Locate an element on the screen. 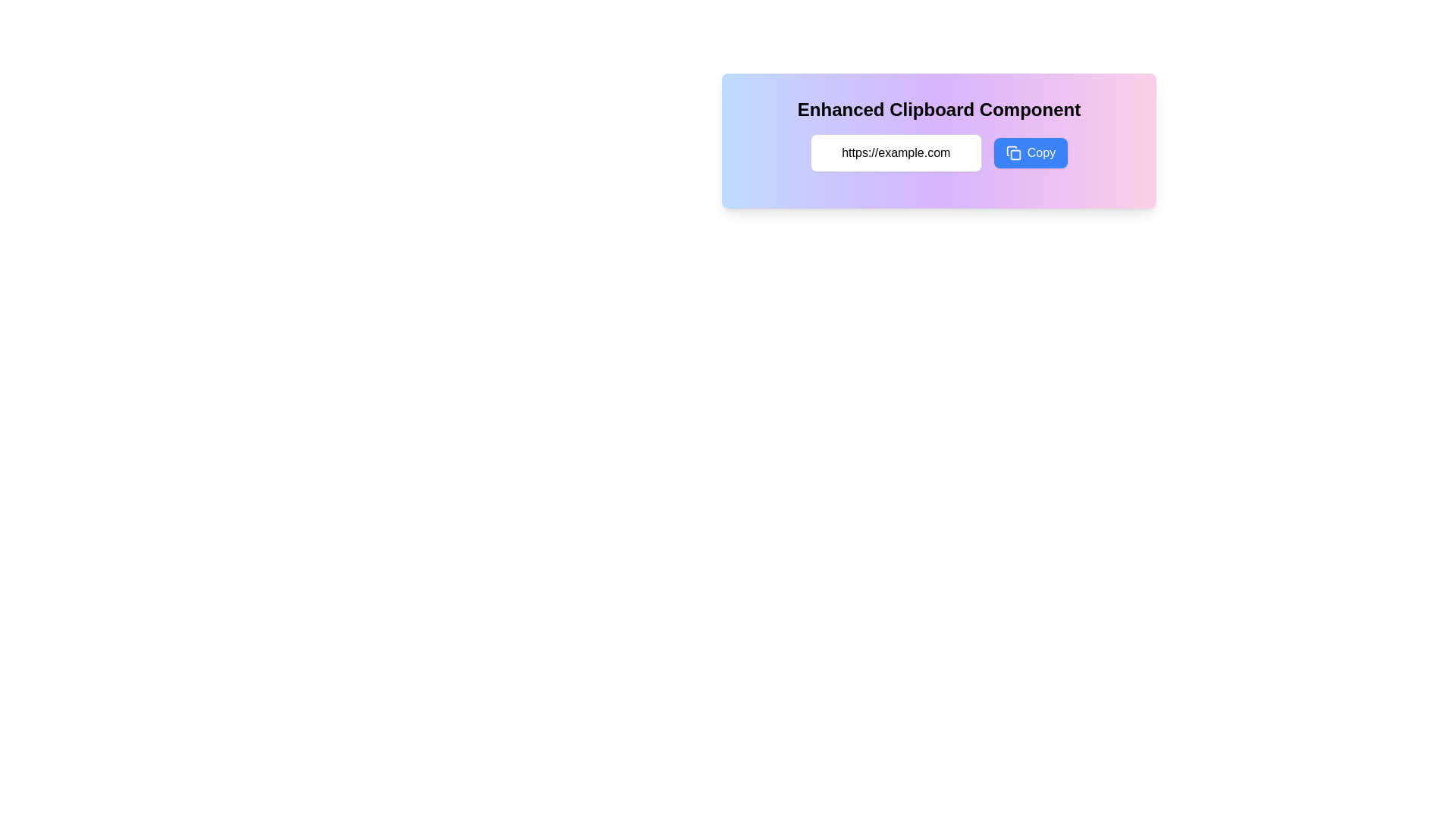 This screenshot has height=819, width=1456. the read-only URL text input field located centrally within the 'Enhanced Clipboard Component', next to the blue 'Copy' button is located at coordinates (938, 152).